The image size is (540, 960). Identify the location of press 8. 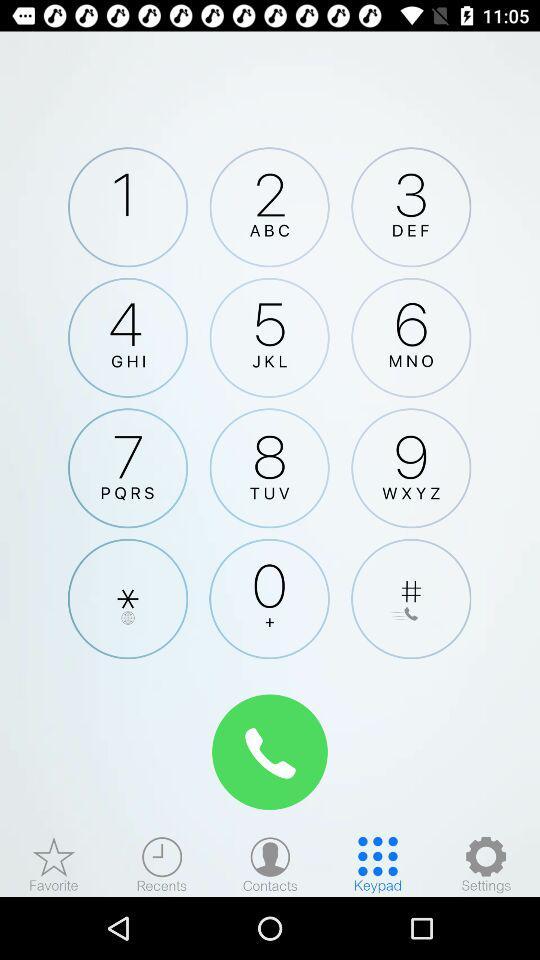
(269, 468).